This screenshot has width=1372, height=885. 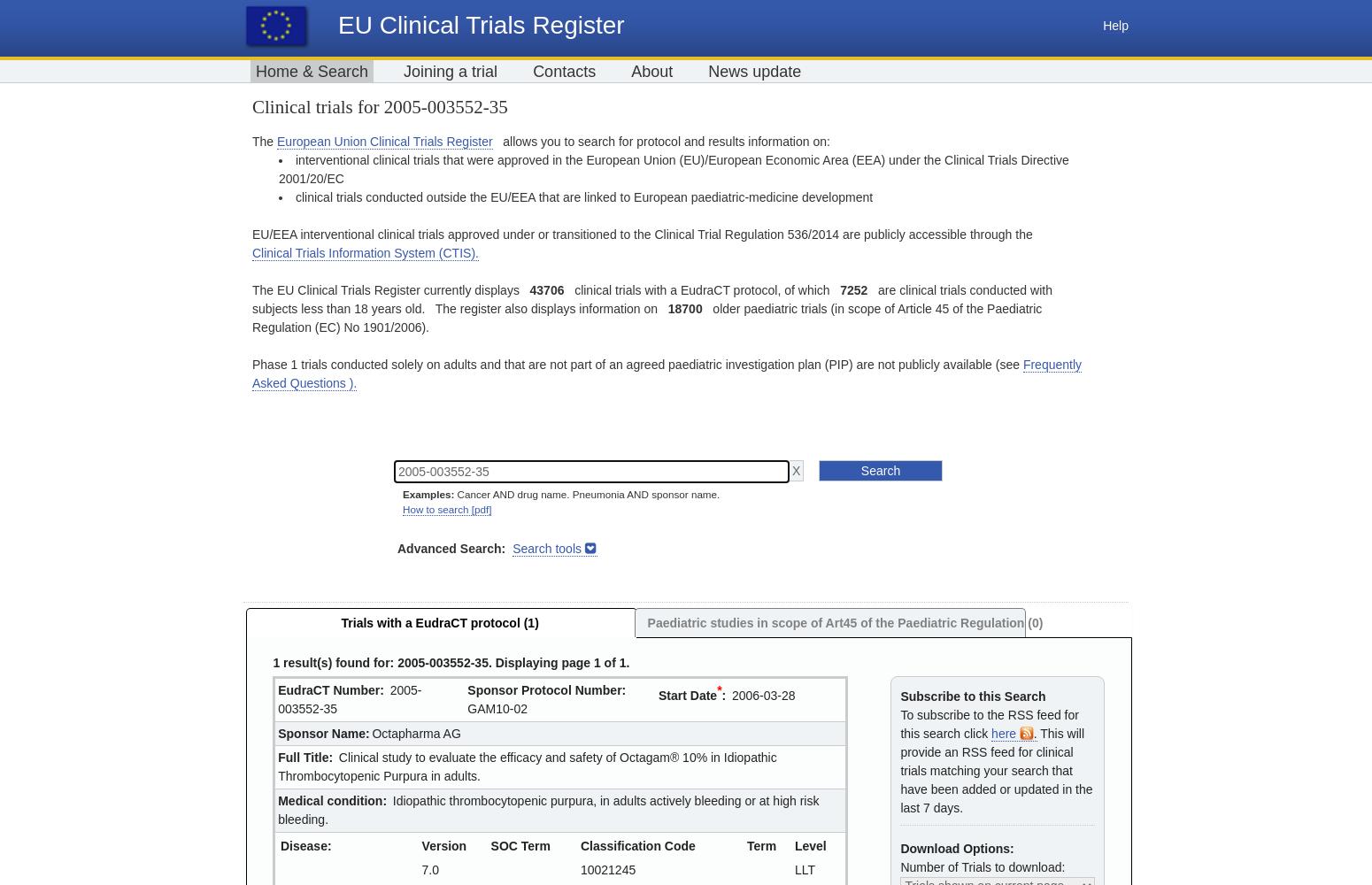 What do you see at coordinates (548, 809) in the screenshot?
I see `'Idiopathic thrombocytopenic purpura, in adults actively bleeding or at high risk bleeding.'` at bounding box center [548, 809].